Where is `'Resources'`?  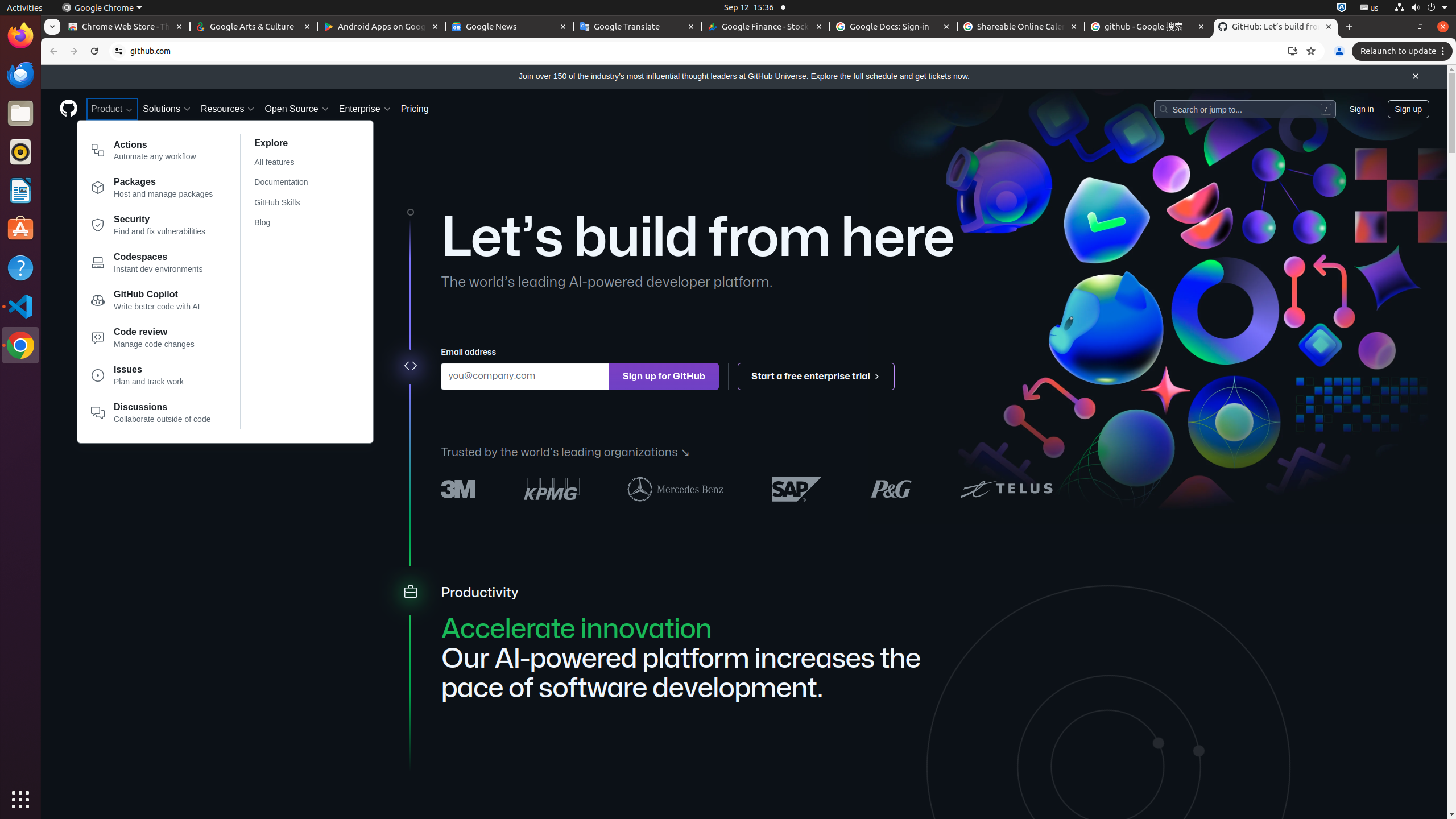 'Resources' is located at coordinates (227, 109).